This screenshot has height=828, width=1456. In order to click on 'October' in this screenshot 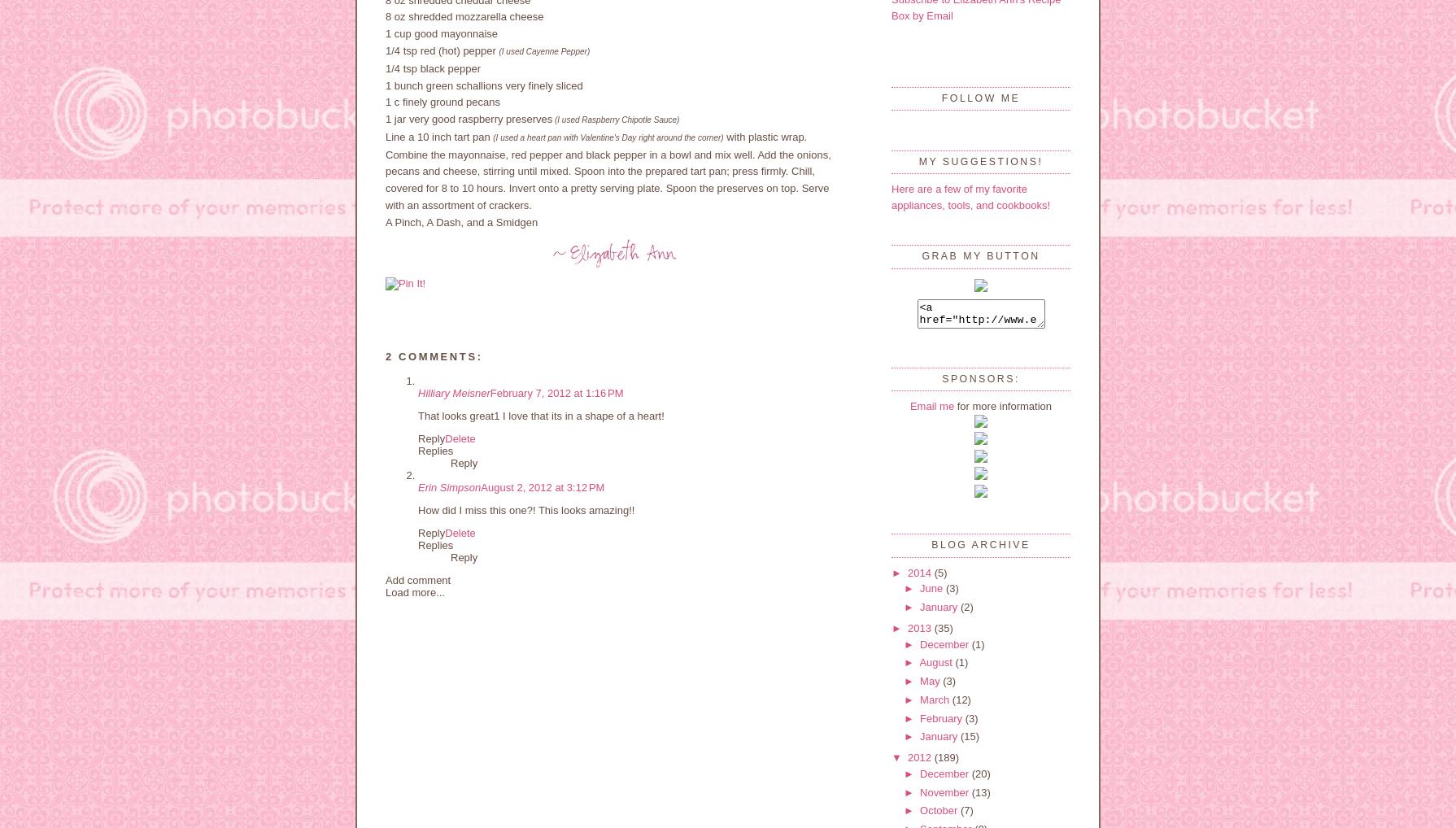, I will do `click(919, 810)`.